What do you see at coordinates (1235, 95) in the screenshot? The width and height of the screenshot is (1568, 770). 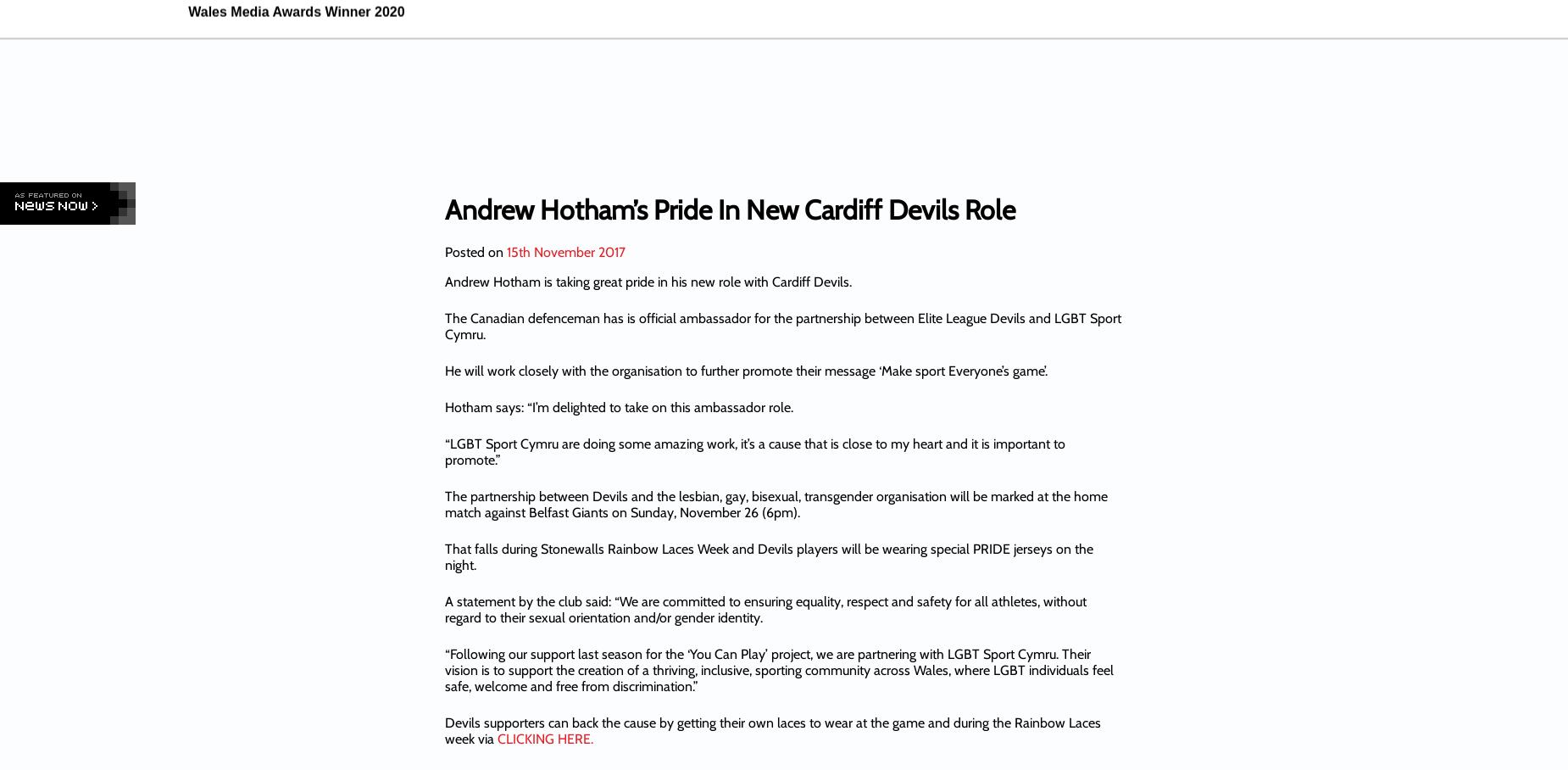 I see `'Dai Para'` at bounding box center [1235, 95].